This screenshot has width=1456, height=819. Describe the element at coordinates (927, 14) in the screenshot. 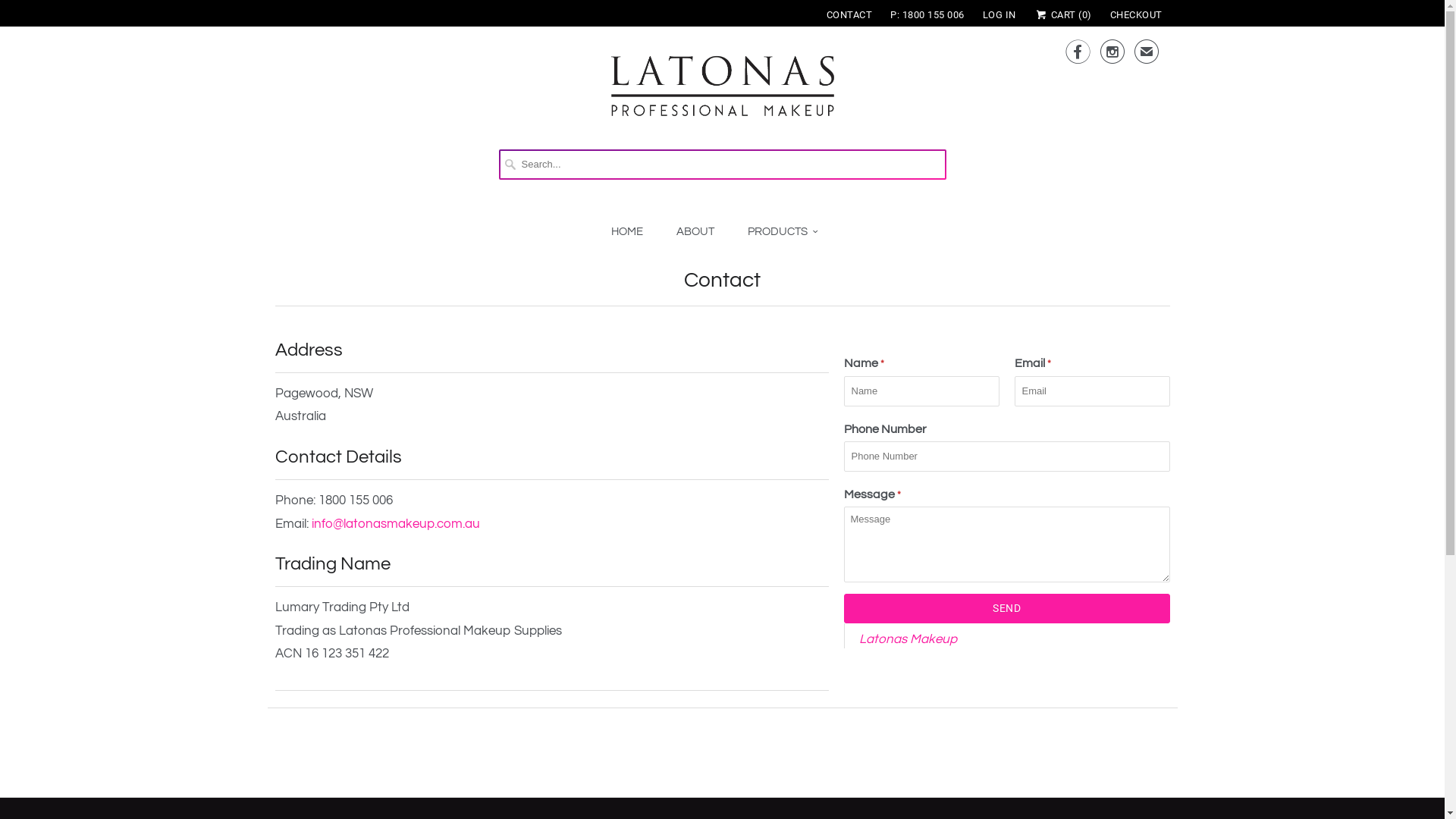

I see `'P: 1800 155 006'` at that location.